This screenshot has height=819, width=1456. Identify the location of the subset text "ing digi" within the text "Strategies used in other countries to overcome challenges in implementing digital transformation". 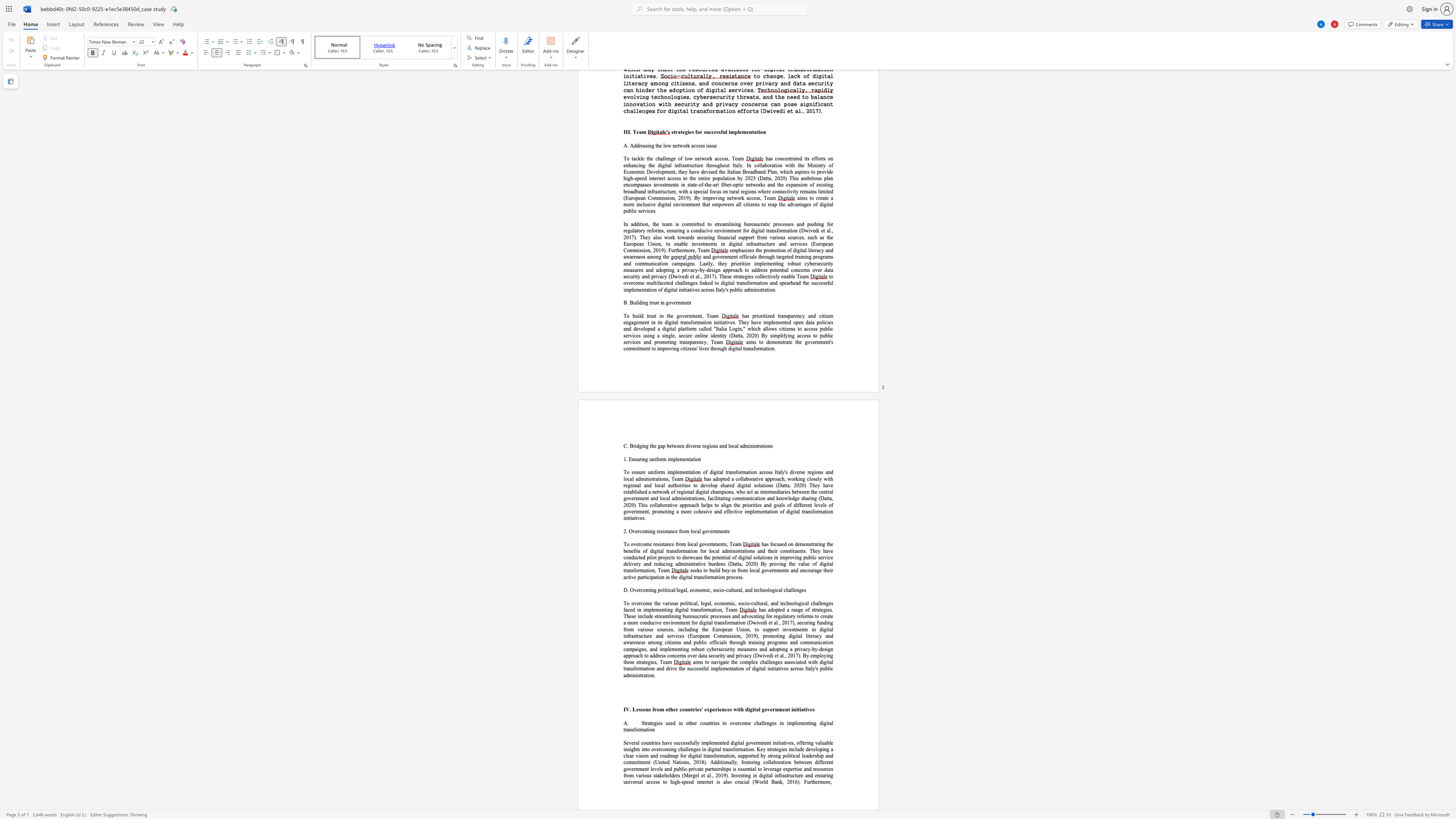
(809, 723).